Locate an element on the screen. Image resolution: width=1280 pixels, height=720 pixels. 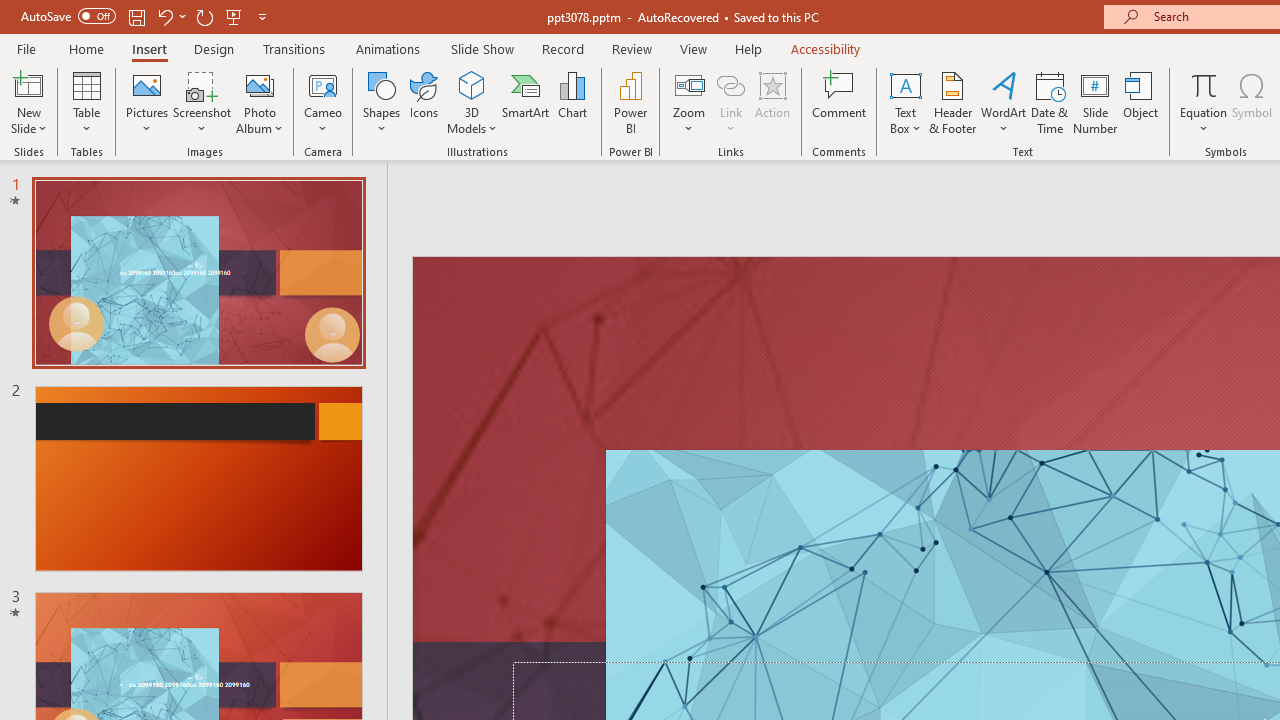
'View' is located at coordinates (693, 48).